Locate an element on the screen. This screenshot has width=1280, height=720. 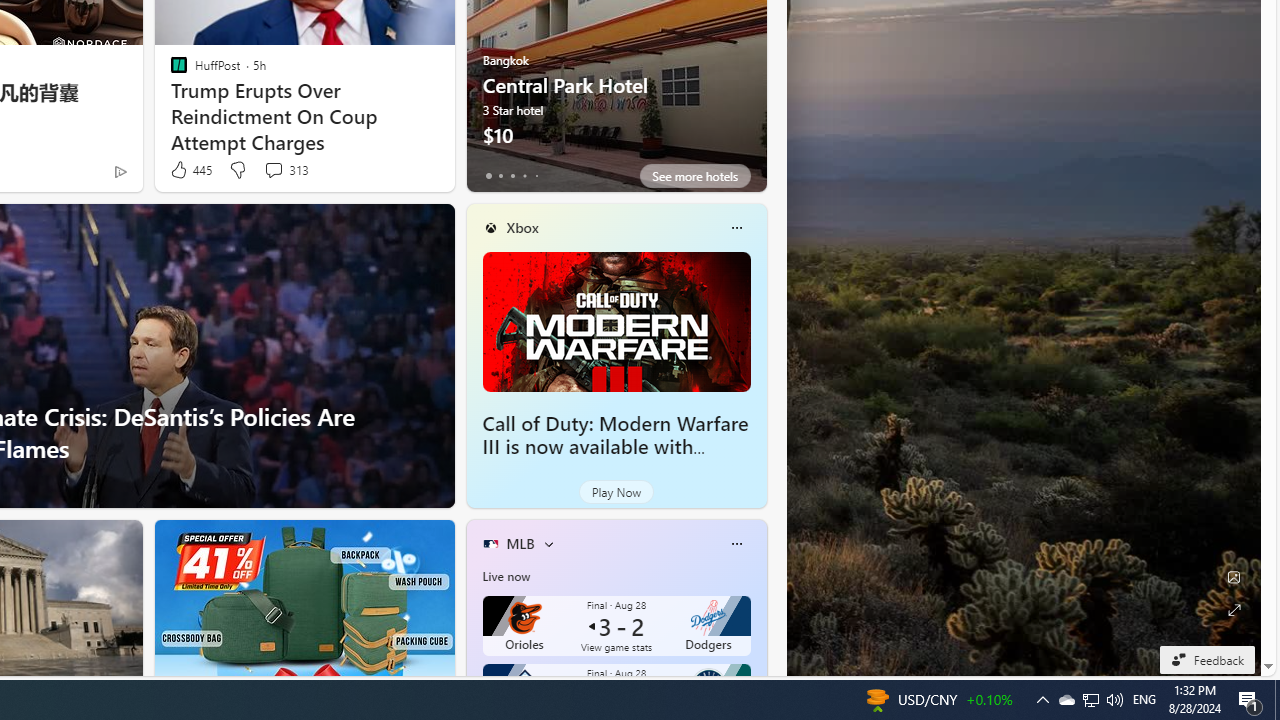
'More options' is located at coordinates (735, 543).